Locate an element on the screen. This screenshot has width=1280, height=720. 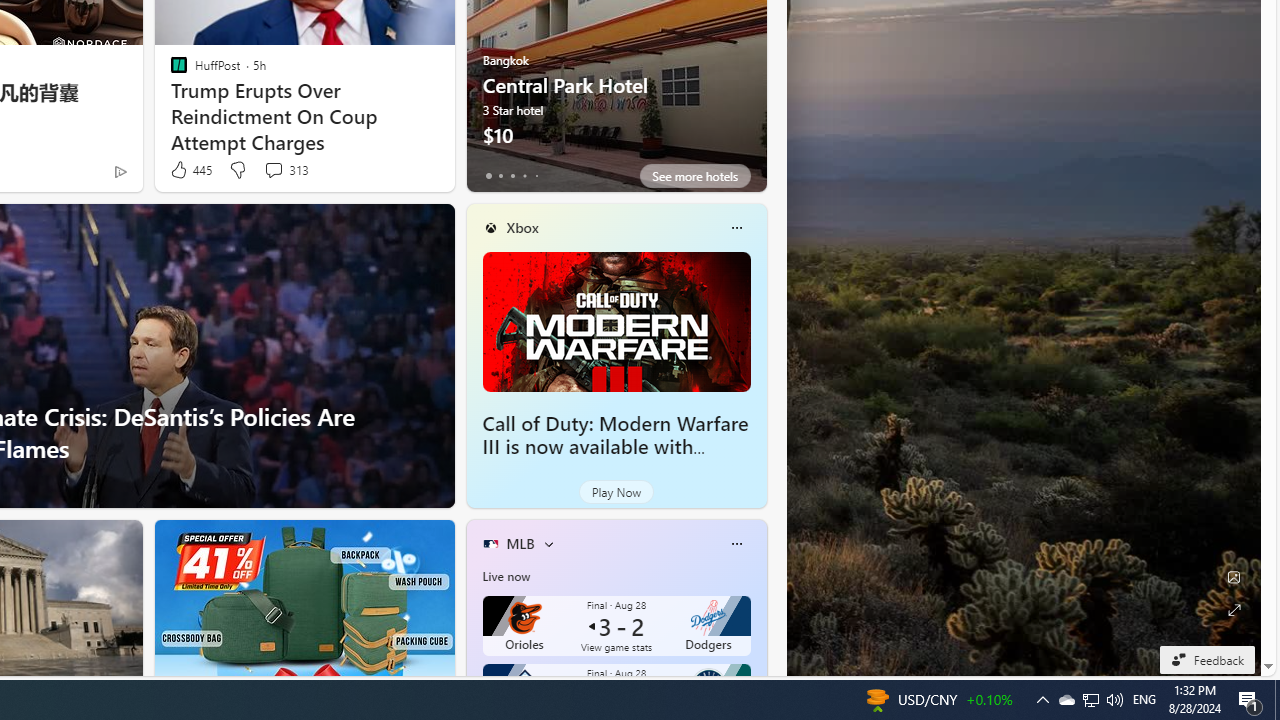
'More options' is located at coordinates (735, 543).